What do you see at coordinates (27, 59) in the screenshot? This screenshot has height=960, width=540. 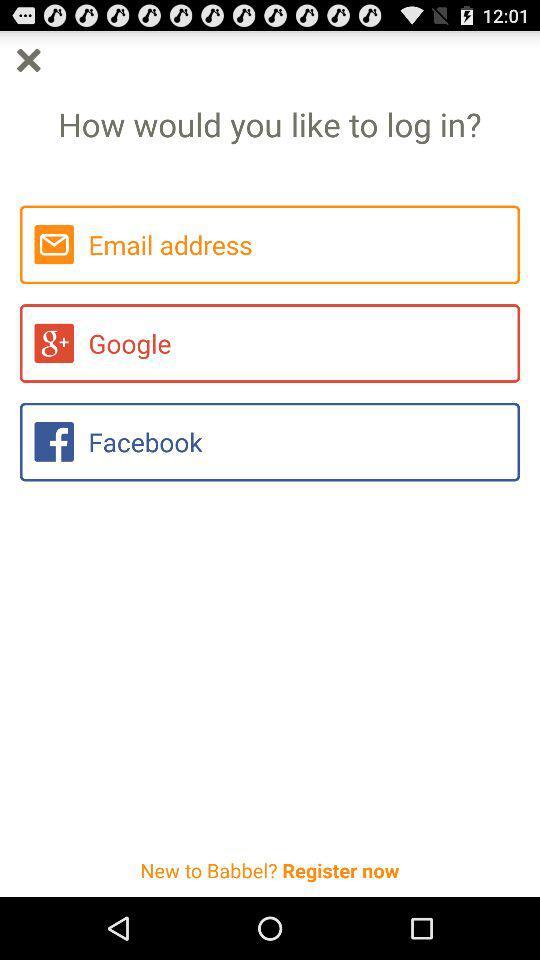 I see `app` at bounding box center [27, 59].